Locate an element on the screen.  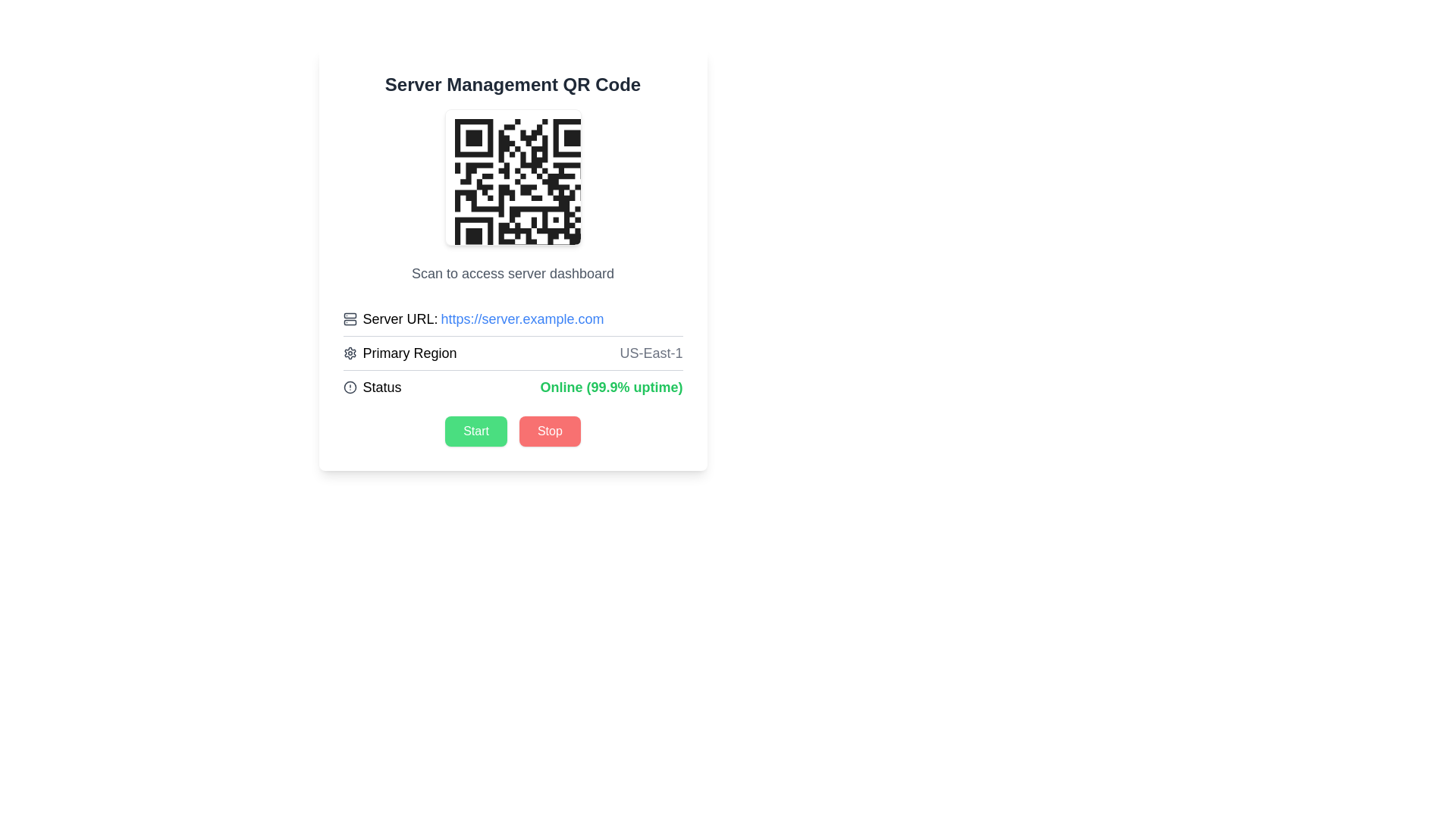
the static text UI component displaying the current selected region 'US-East-1', located next to the label 'Primary Region' is located at coordinates (651, 353).